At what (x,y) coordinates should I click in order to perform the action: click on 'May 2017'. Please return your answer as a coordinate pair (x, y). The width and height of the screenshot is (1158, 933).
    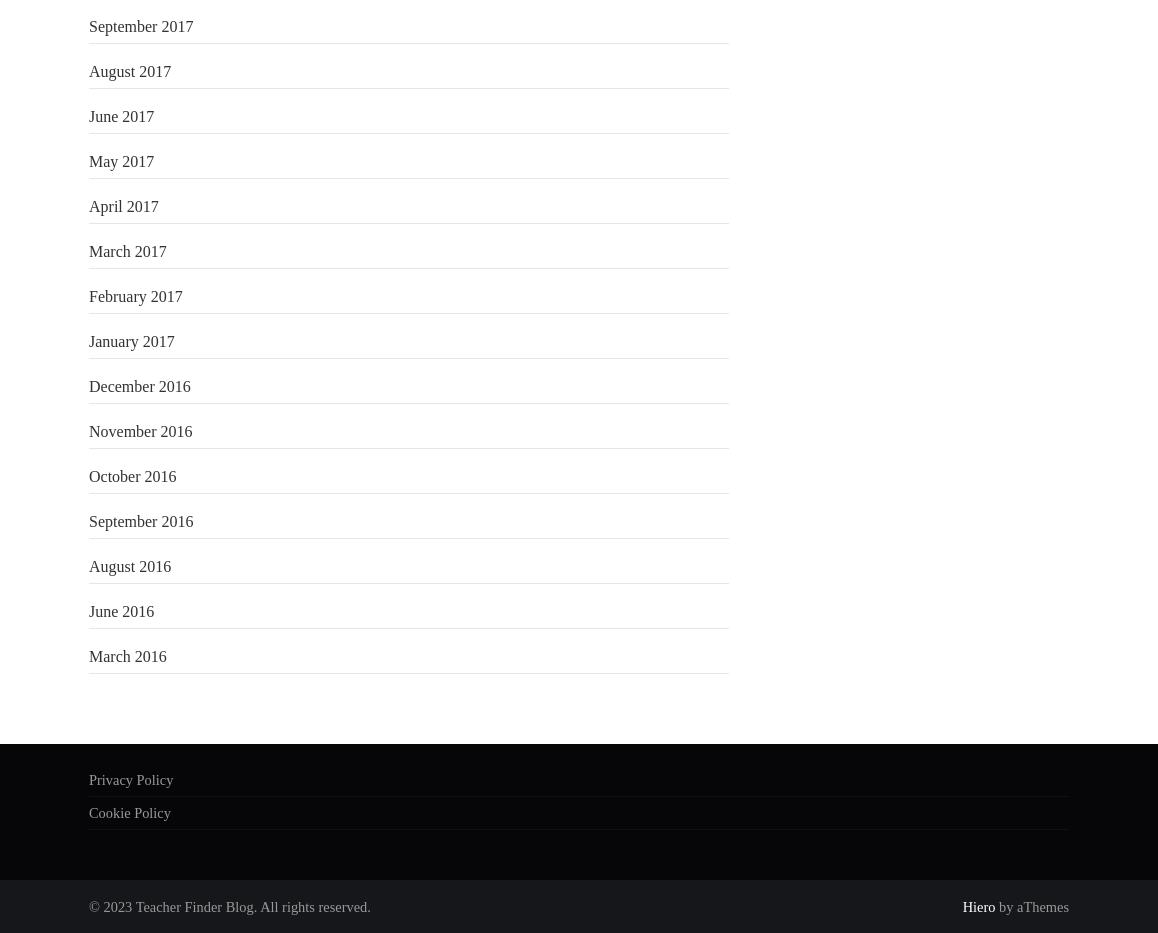
    Looking at the image, I should click on (120, 160).